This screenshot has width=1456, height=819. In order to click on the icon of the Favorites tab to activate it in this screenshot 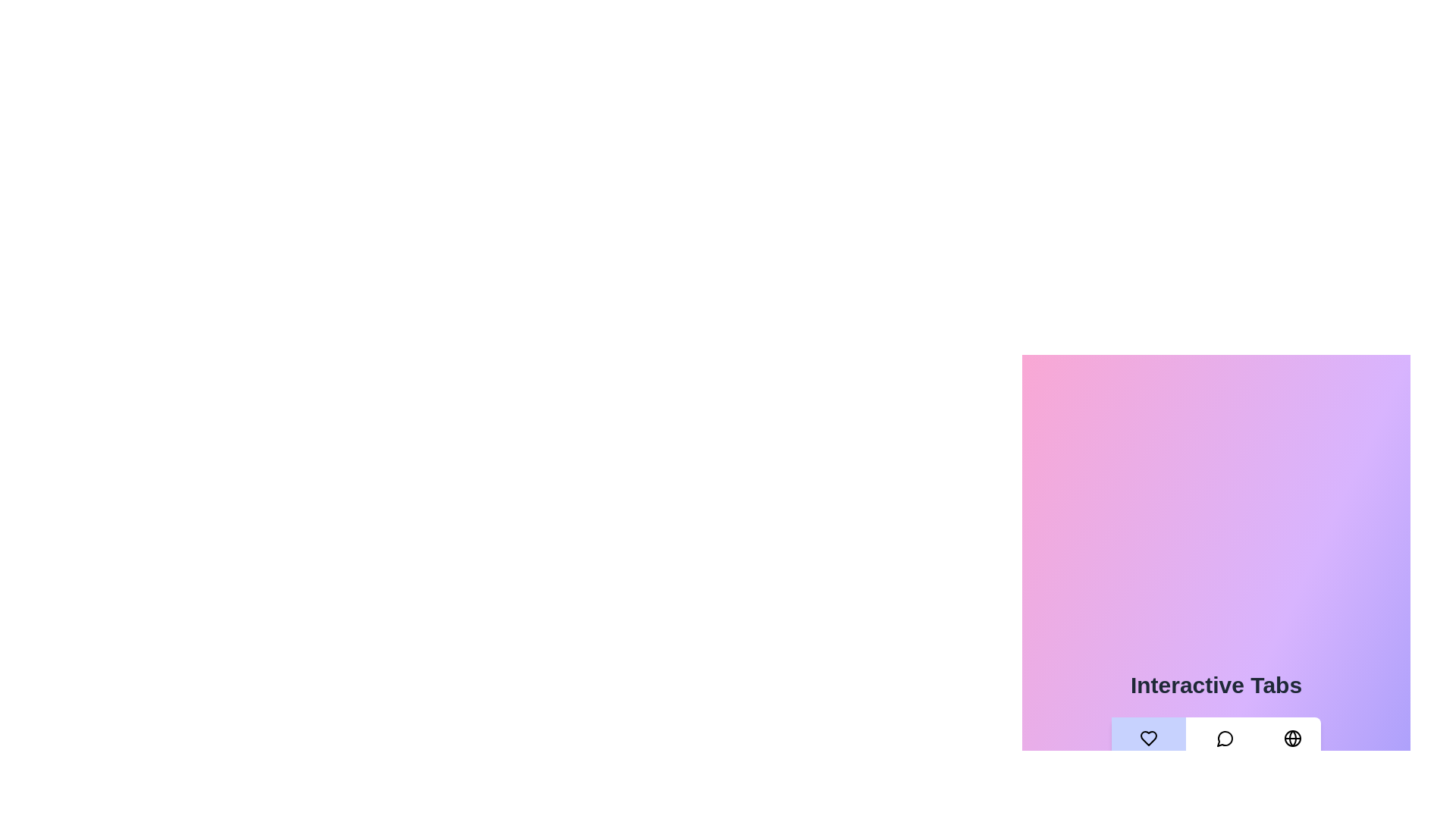, I will do `click(1148, 738)`.